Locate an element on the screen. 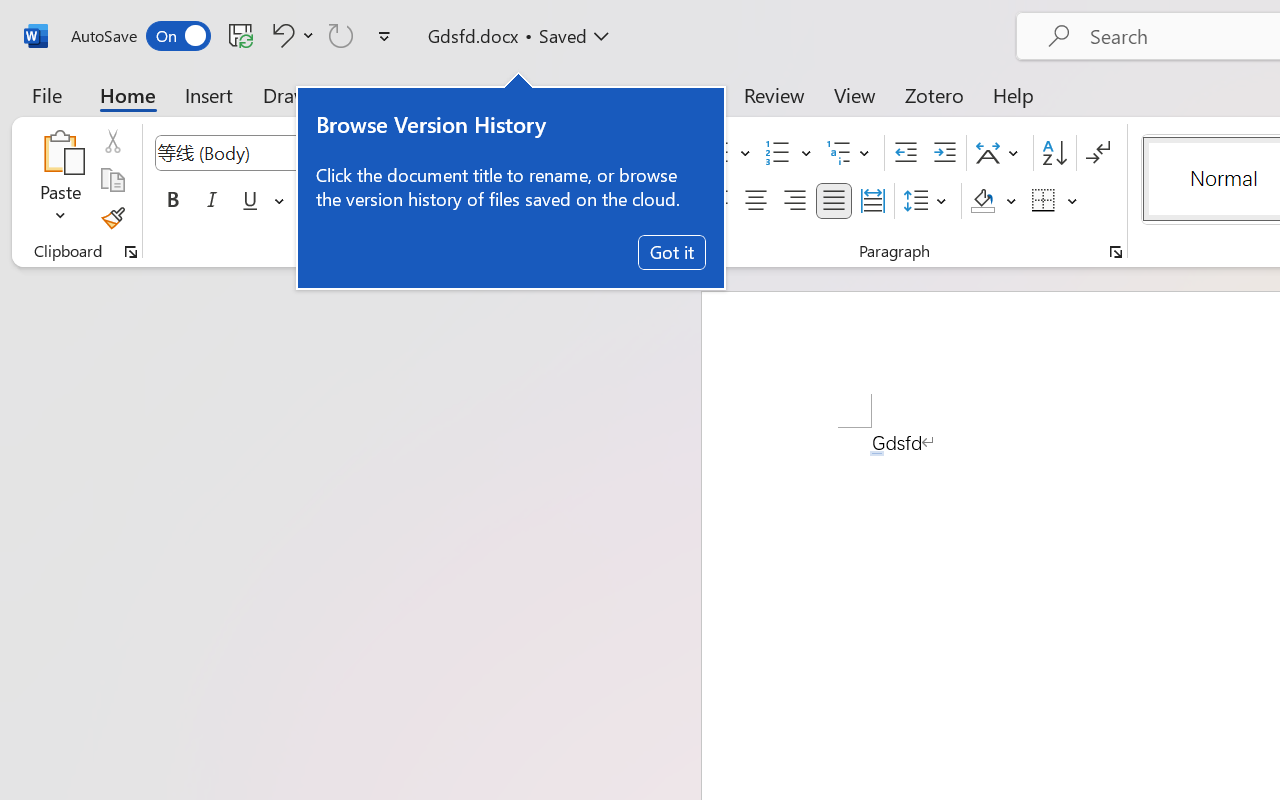  'Decrease Indent' is located at coordinates (905, 153).